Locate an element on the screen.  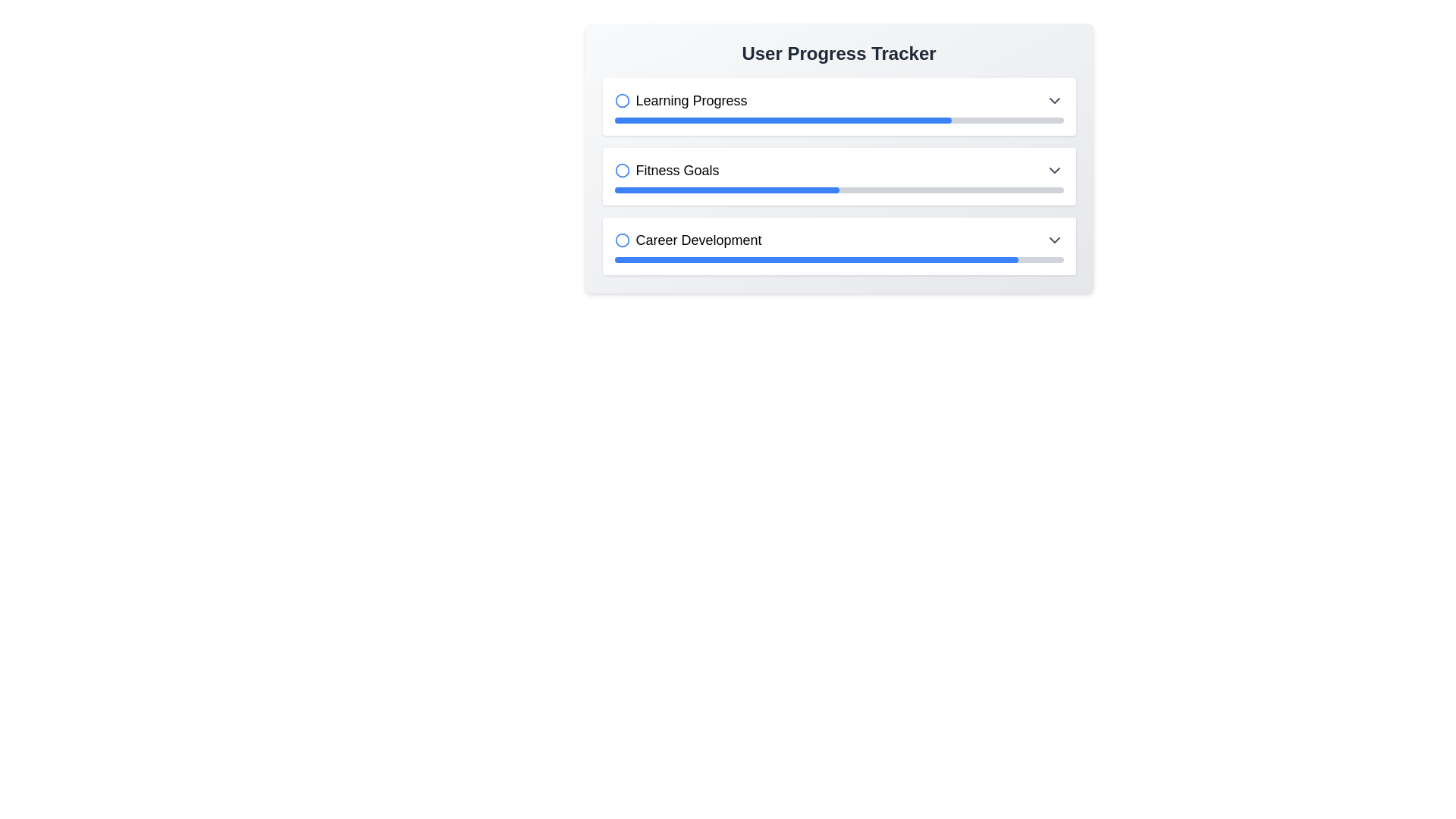
the third progress bar located below the 'Career Development' text, which features a light gray background and a blue fill with rounded ends is located at coordinates (838, 259).